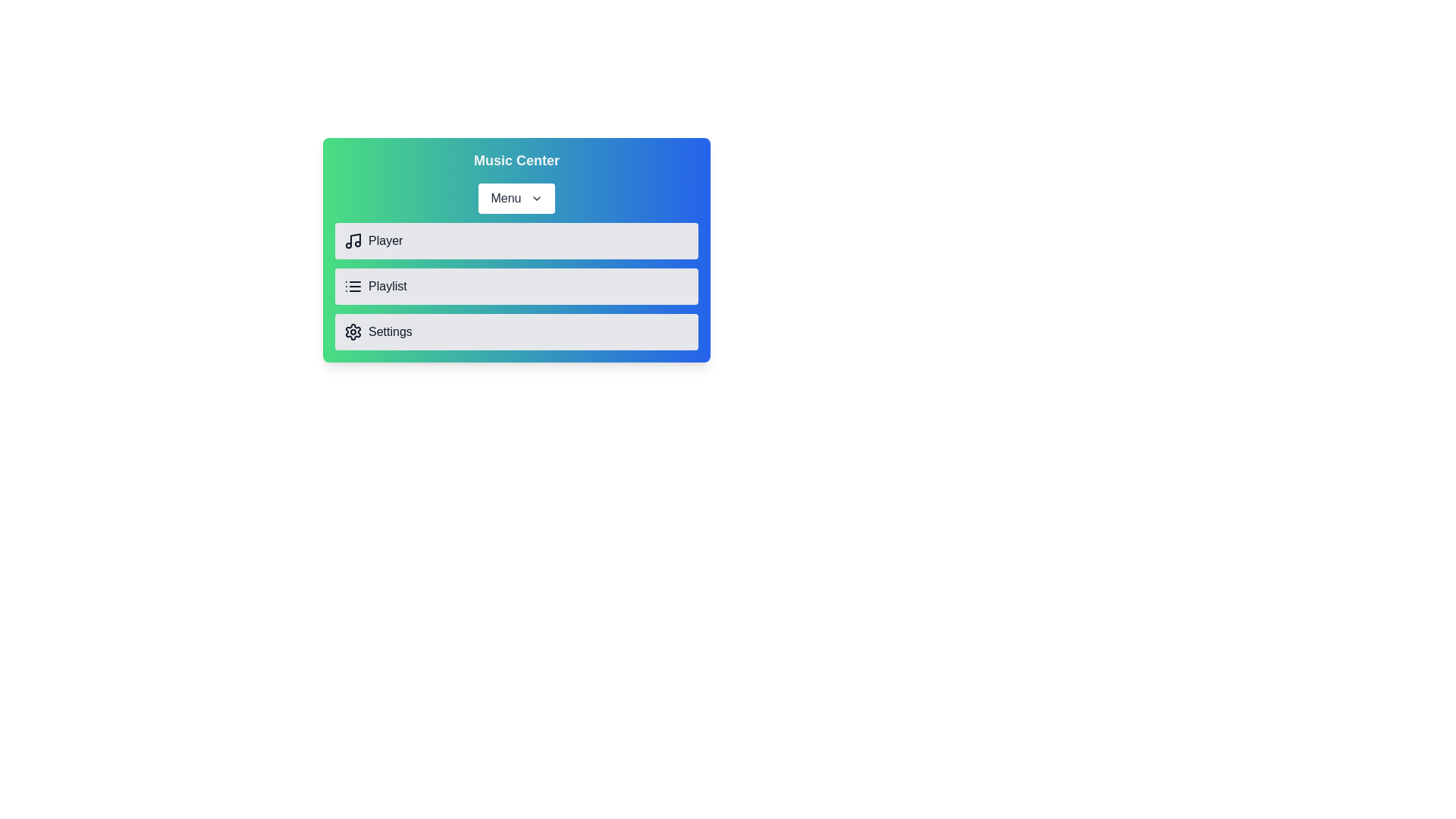  I want to click on the 'Menu' button to toggle the menu visibility, so click(516, 198).